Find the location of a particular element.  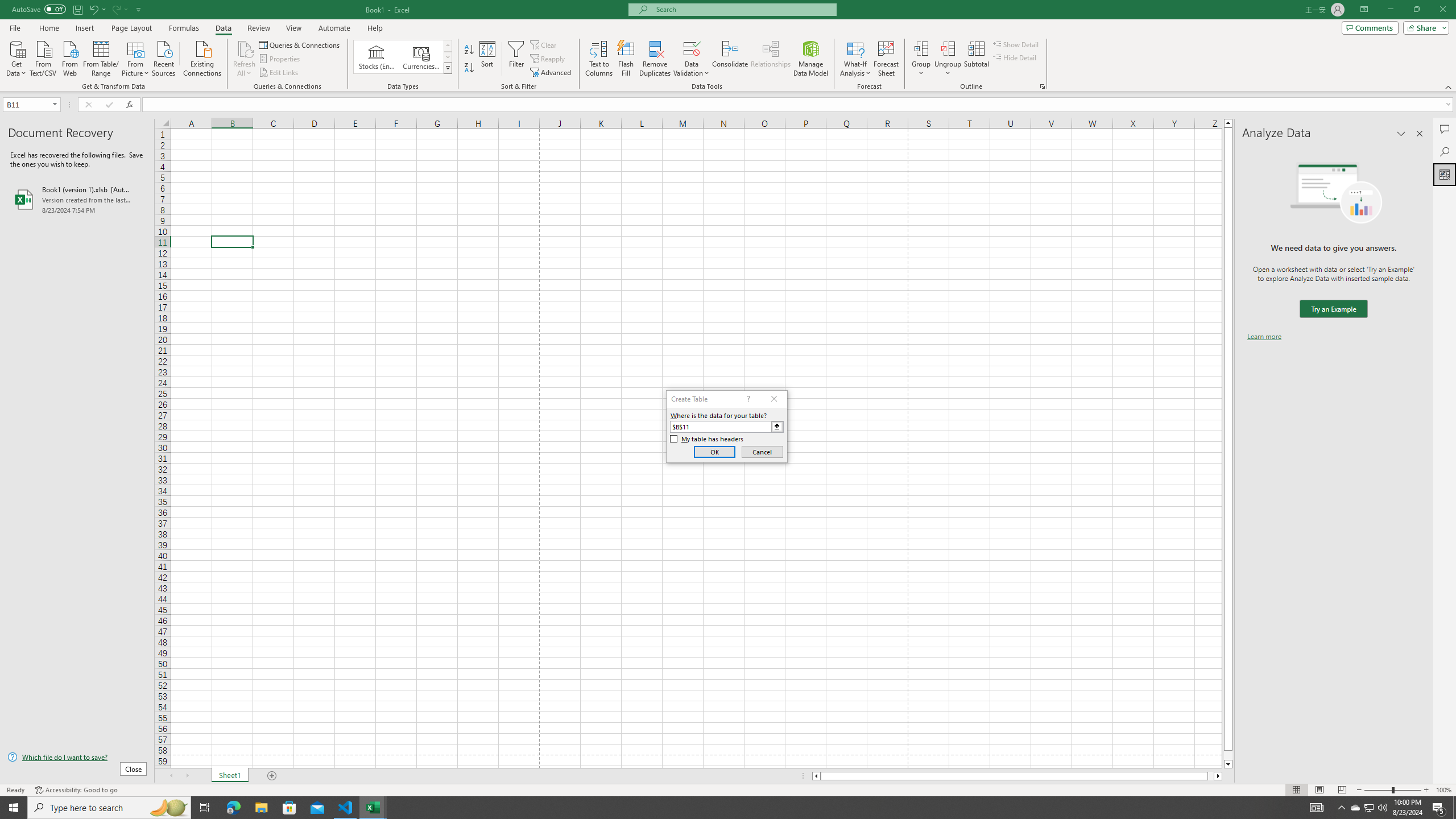

'Refresh All' is located at coordinates (244, 59).